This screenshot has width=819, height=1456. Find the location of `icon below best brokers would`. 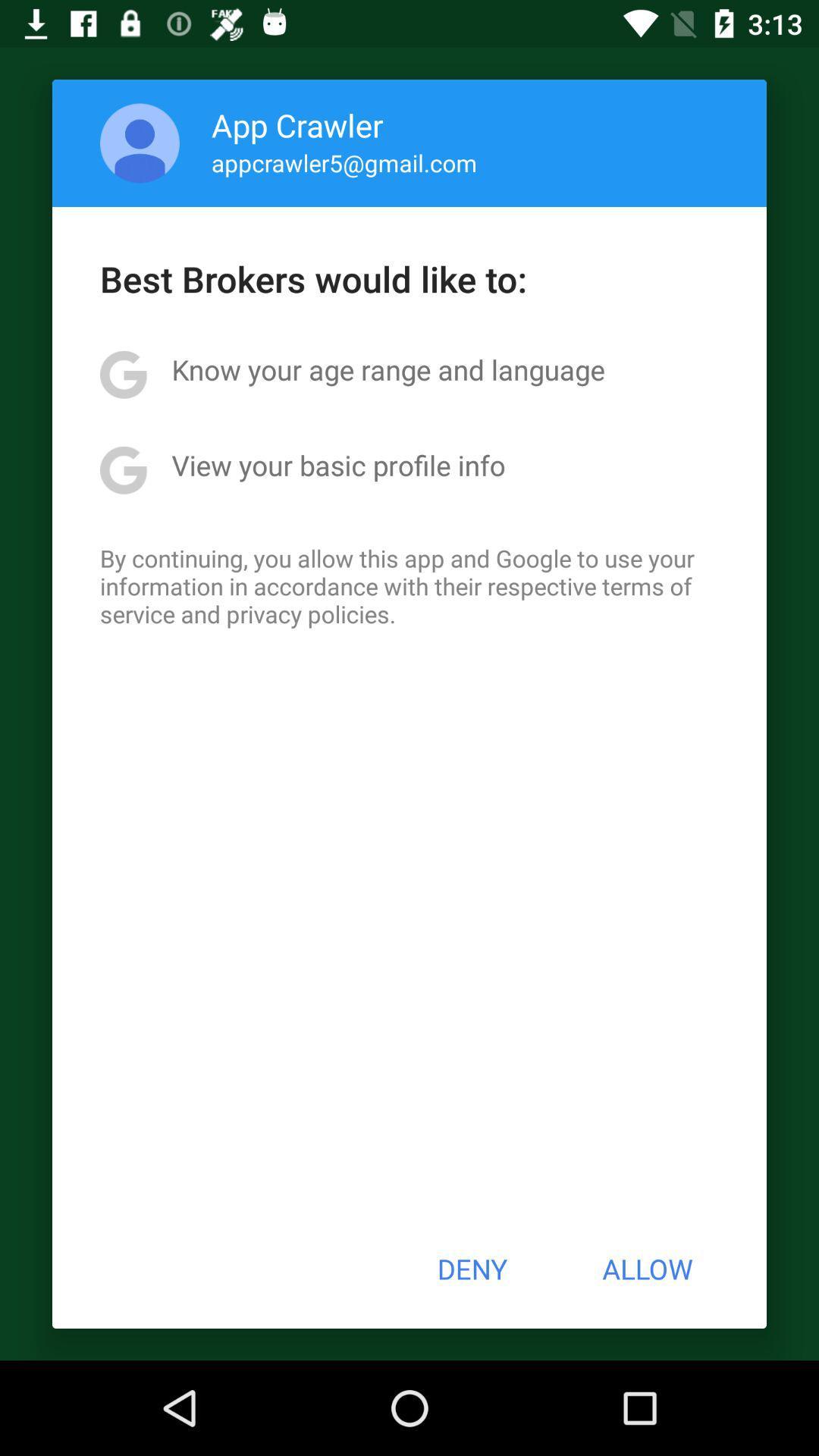

icon below best brokers would is located at coordinates (388, 369).